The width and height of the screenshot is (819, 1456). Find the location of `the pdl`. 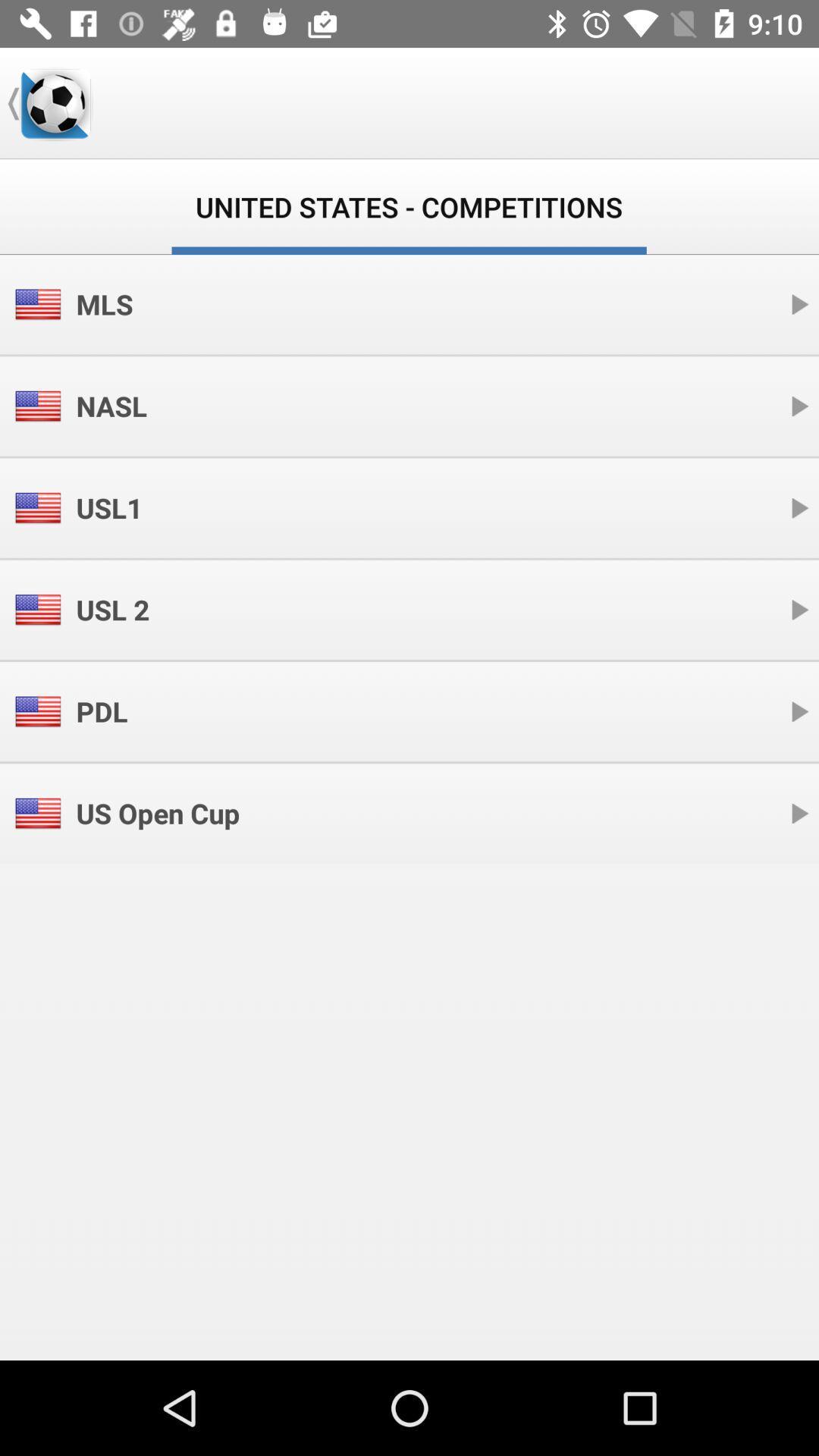

the pdl is located at coordinates (102, 711).